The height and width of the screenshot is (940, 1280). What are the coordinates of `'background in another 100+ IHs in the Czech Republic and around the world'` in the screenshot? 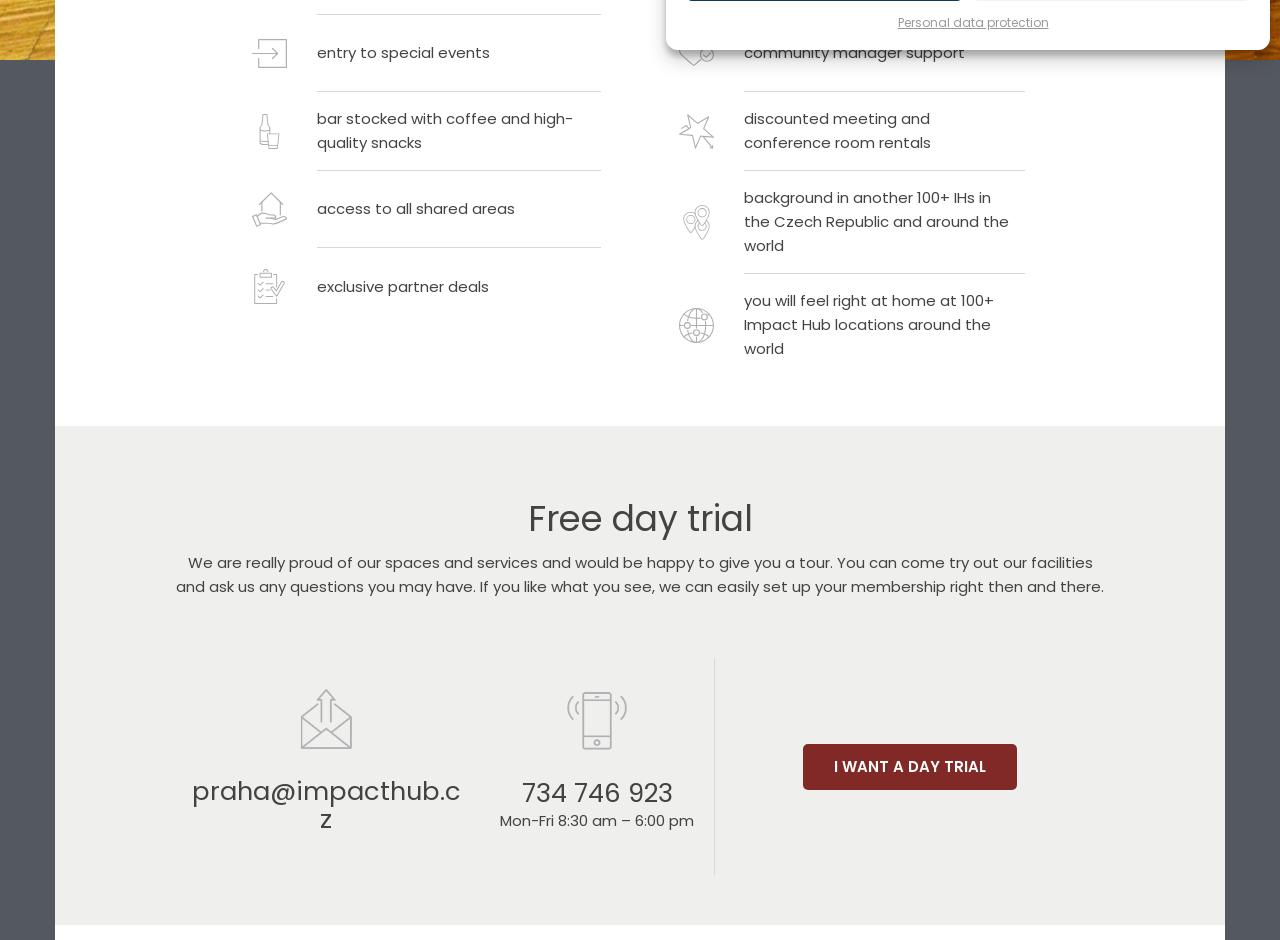 It's located at (875, 220).